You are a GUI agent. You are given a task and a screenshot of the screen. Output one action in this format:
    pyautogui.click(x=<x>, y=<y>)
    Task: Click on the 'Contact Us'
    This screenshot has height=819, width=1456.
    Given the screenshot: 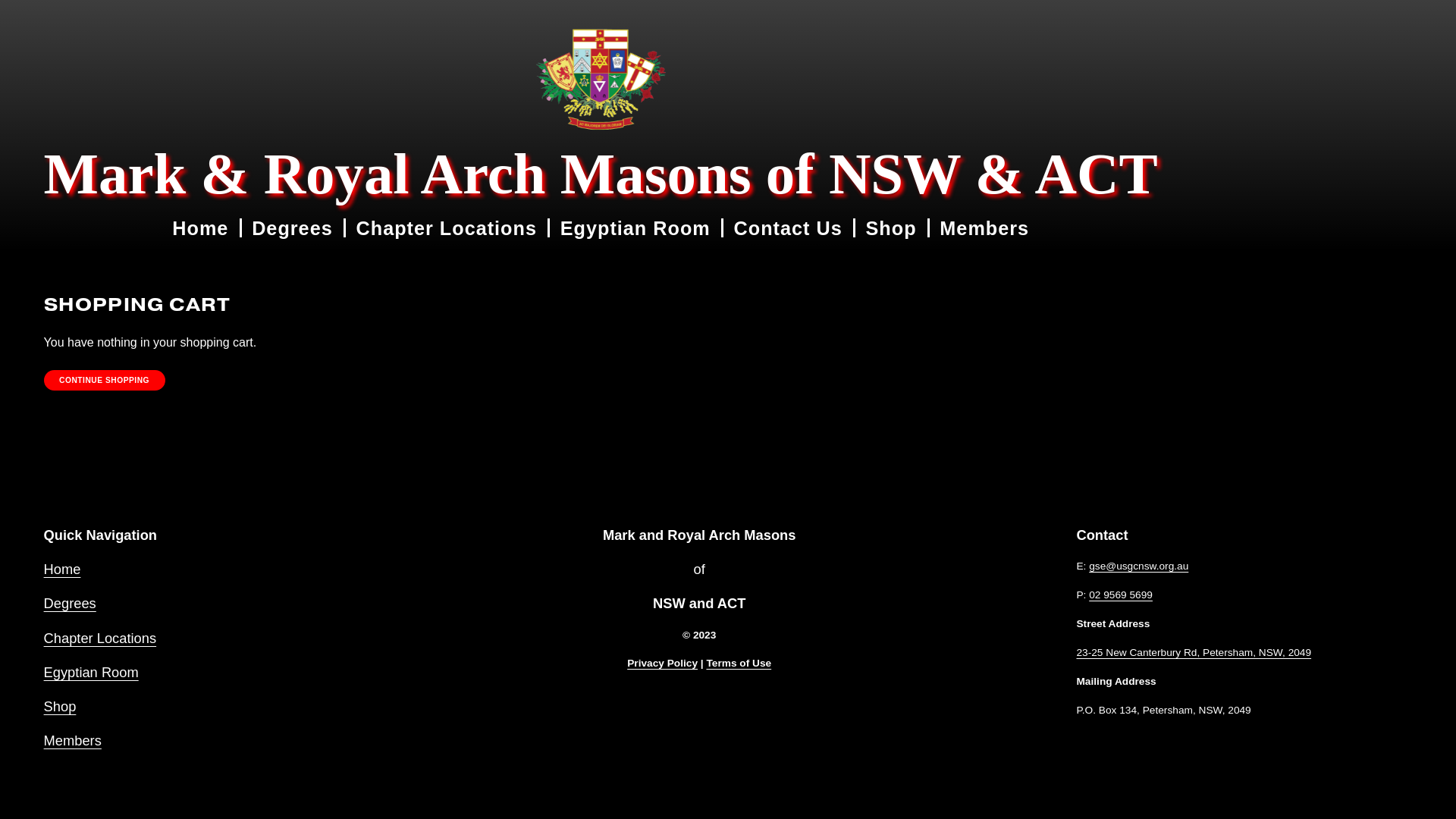 What is the action you would take?
    pyautogui.click(x=788, y=227)
    